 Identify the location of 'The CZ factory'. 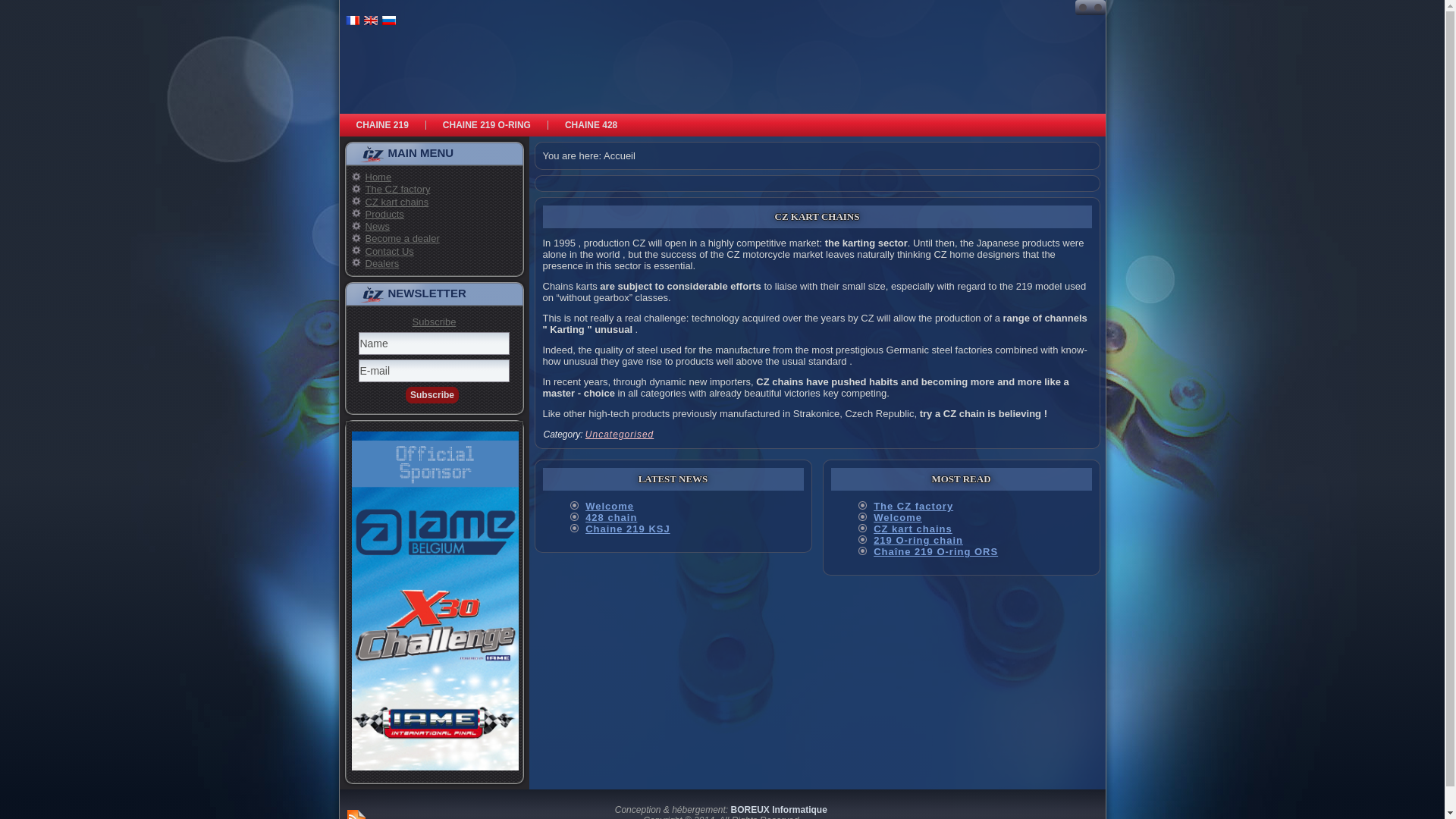
(912, 506).